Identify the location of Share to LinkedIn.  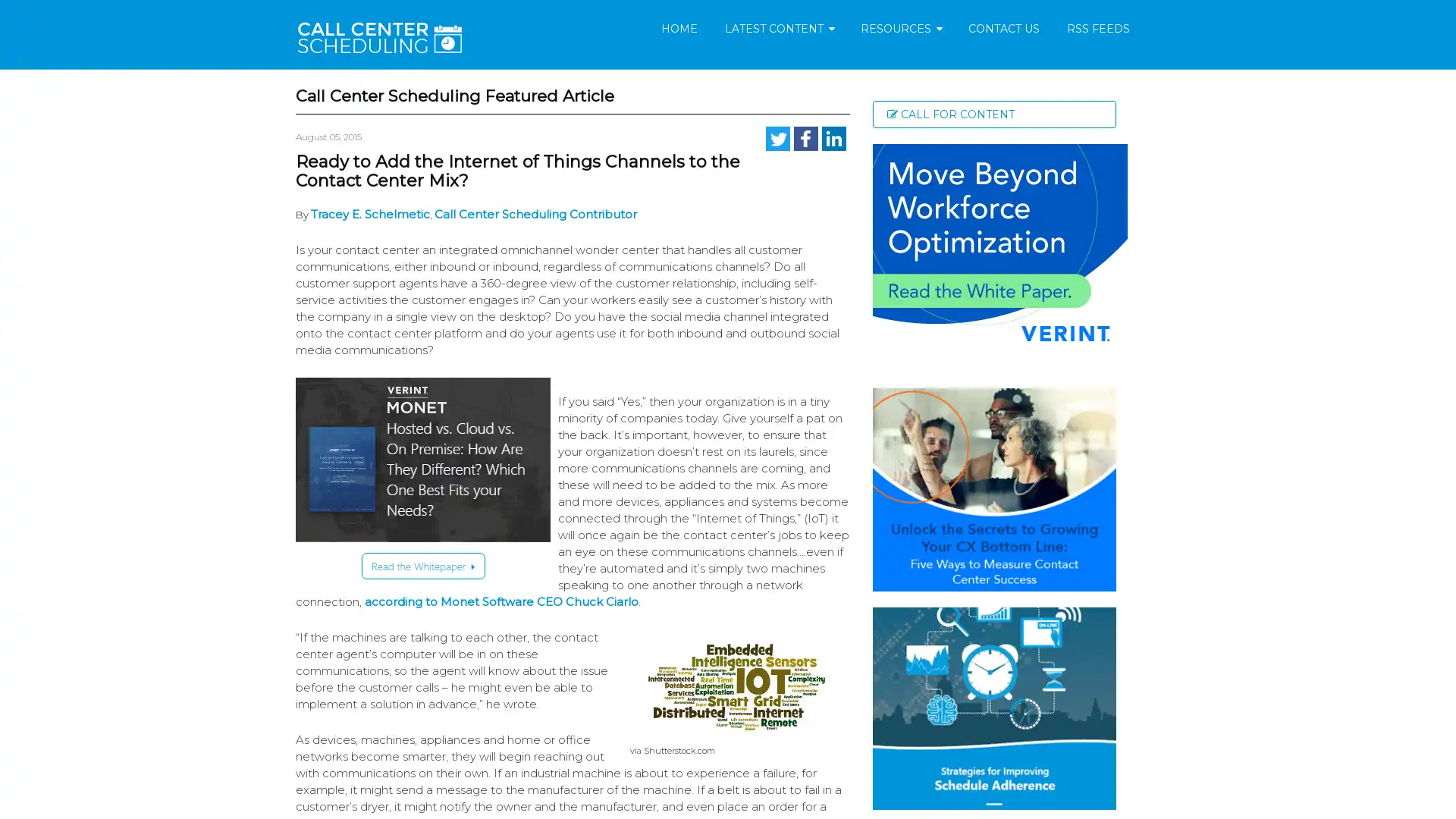
(833, 138).